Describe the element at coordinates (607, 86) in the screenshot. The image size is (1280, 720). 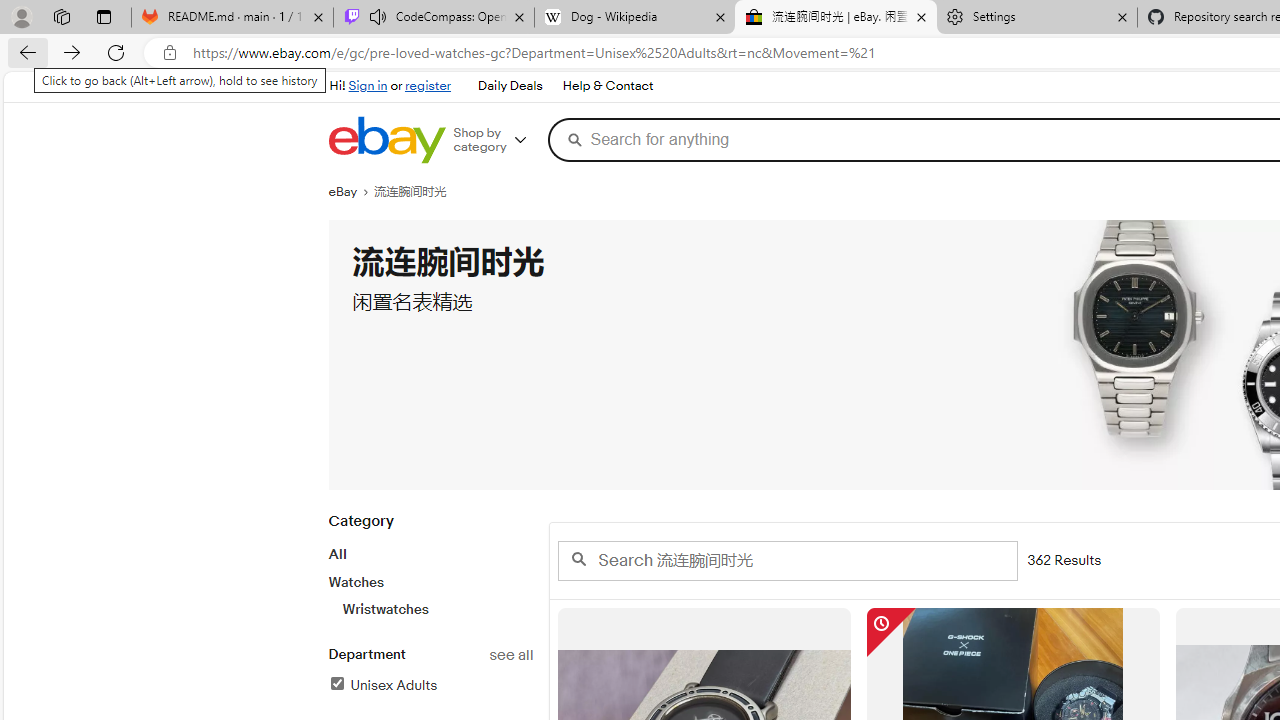
I see `'Help & Contact'` at that location.